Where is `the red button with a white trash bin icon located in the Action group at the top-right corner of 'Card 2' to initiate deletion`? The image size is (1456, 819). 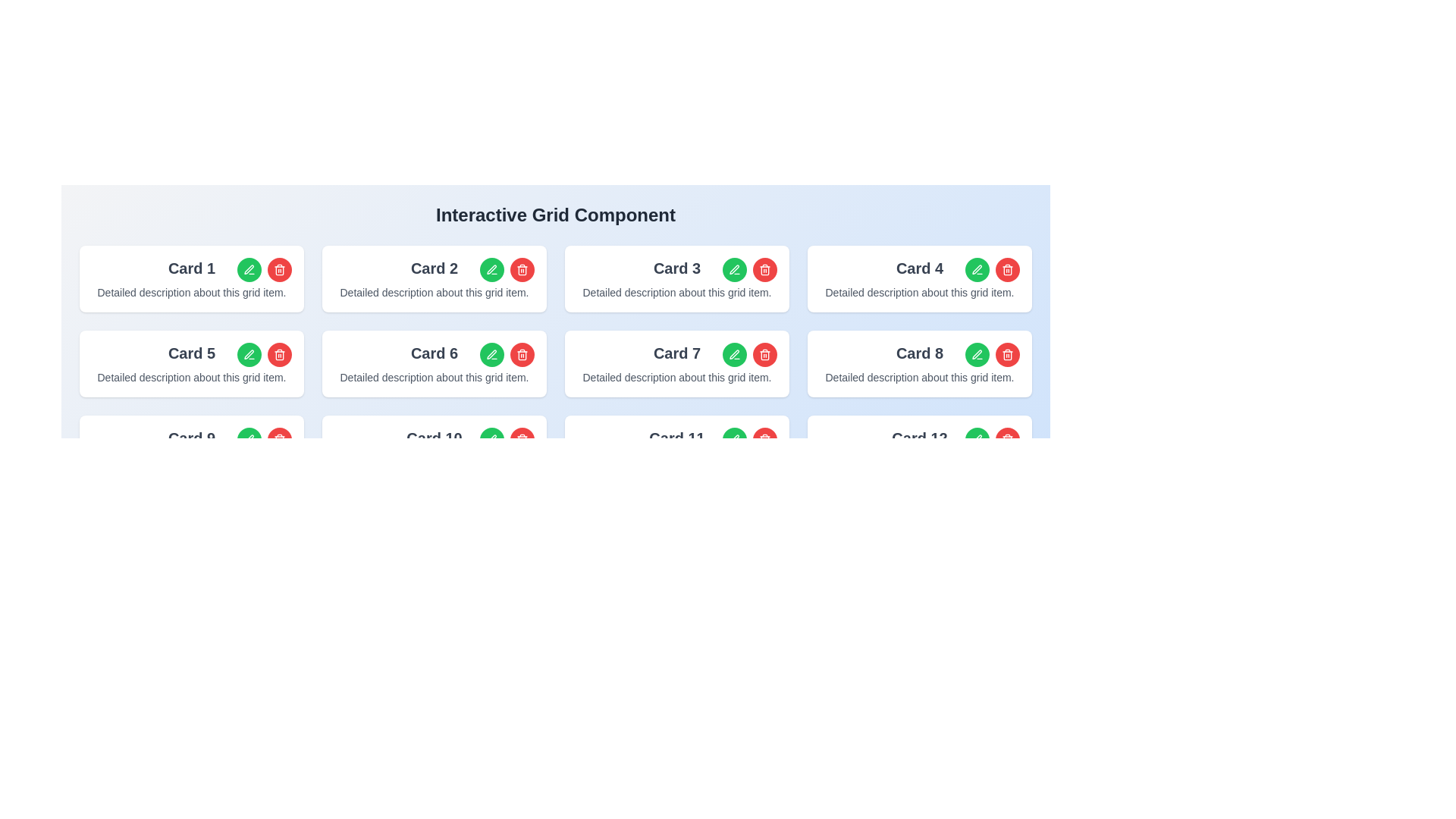
the red button with a white trash bin icon located in the Action group at the top-right corner of 'Card 2' to initiate deletion is located at coordinates (507, 268).